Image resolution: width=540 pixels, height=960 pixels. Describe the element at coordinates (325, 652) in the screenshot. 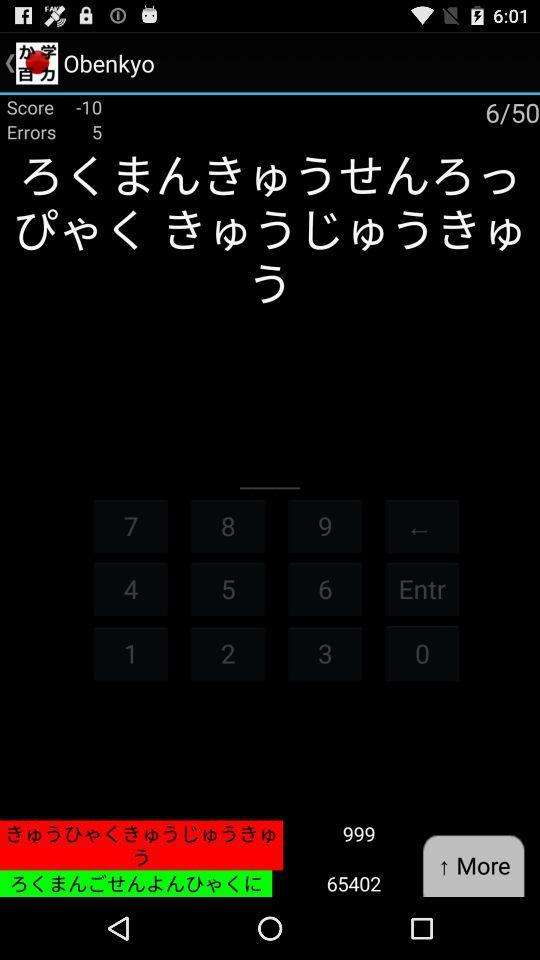

I see `the 3 button` at that location.